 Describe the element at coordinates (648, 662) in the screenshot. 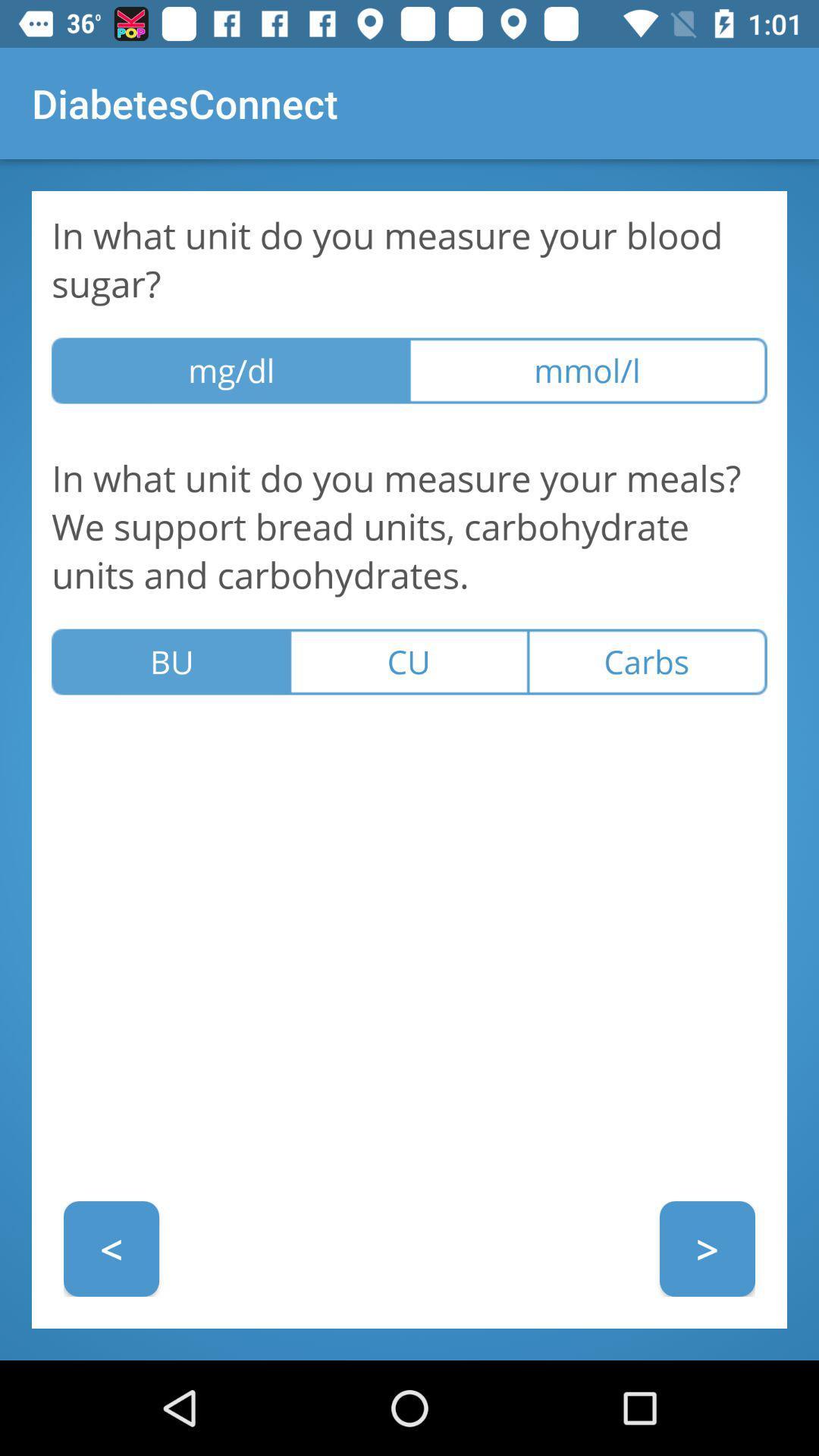

I see `the item to the right of the cu icon` at that location.